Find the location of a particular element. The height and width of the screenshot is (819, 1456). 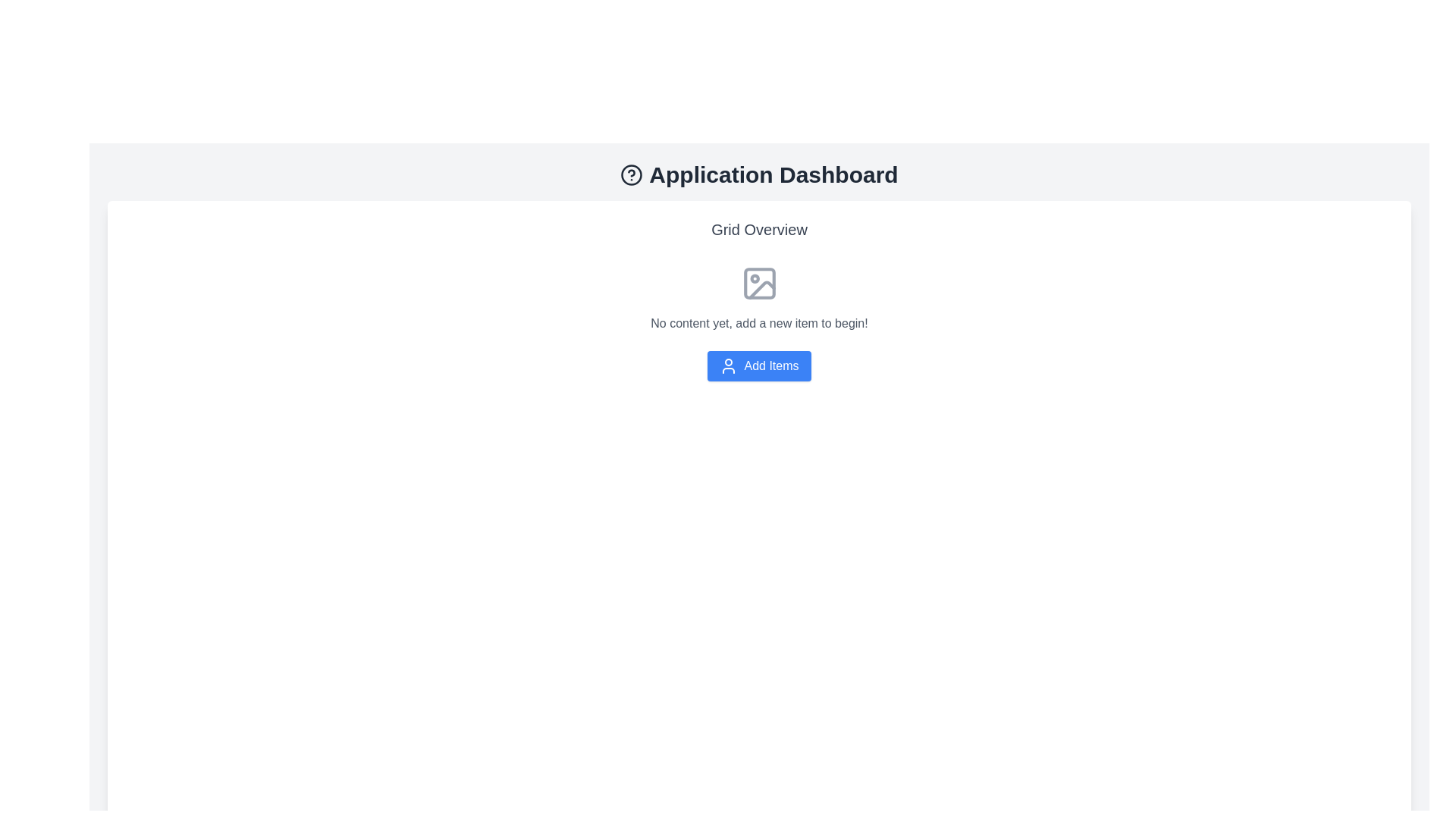

the blue 'Add Items' button with rounded edges, located at the bottom center of the interface, to initiate adding items is located at coordinates (759, 366).